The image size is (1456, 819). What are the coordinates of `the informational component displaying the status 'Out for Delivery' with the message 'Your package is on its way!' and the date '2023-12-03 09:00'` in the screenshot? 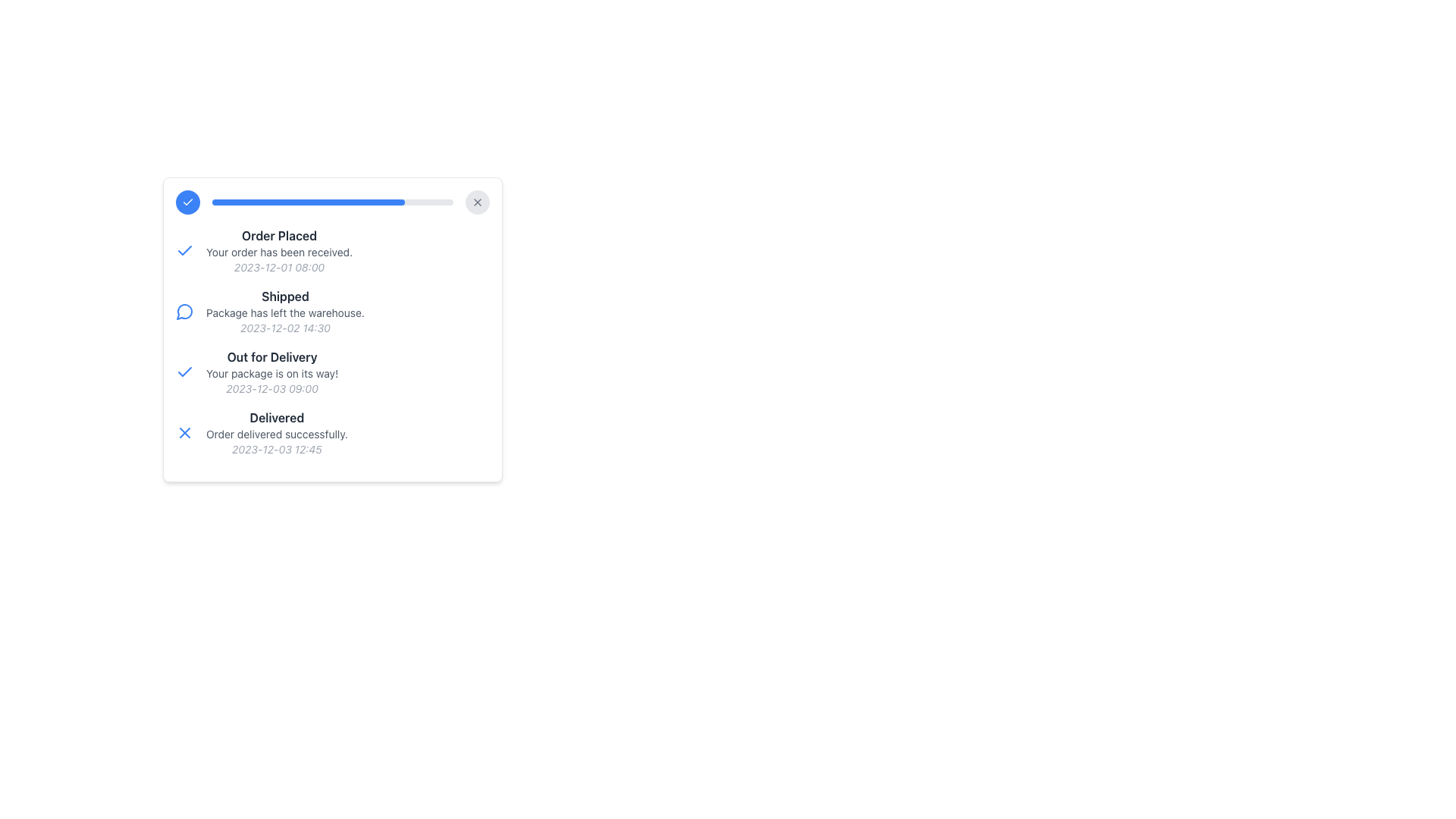 It's located at (272, 372).